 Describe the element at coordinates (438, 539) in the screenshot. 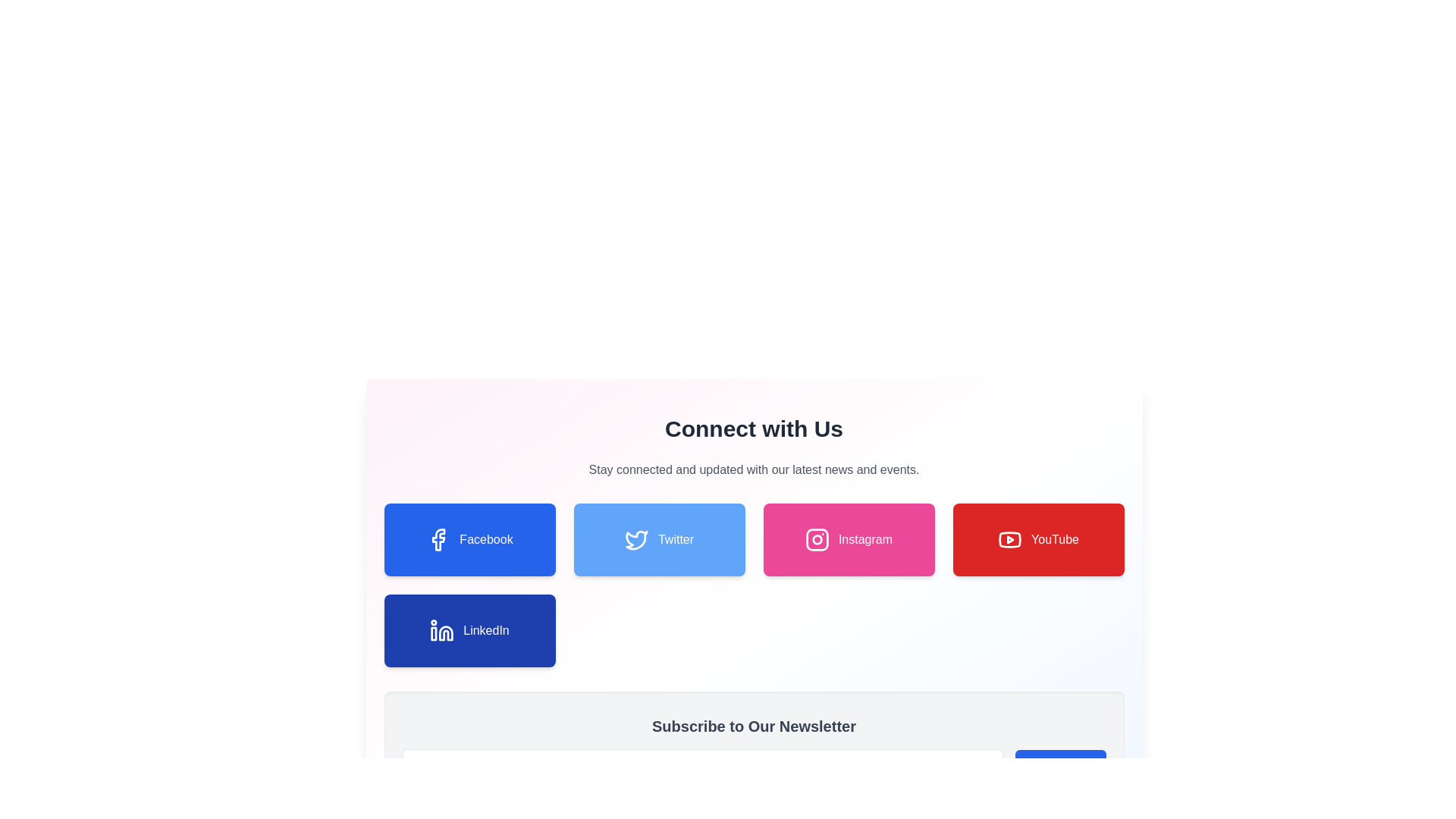

I see `the SVG area of the Facebook logo located within the 'Facebook' button, which is prominently displayed in blue color in the first column of the social media buttons section` at that location.